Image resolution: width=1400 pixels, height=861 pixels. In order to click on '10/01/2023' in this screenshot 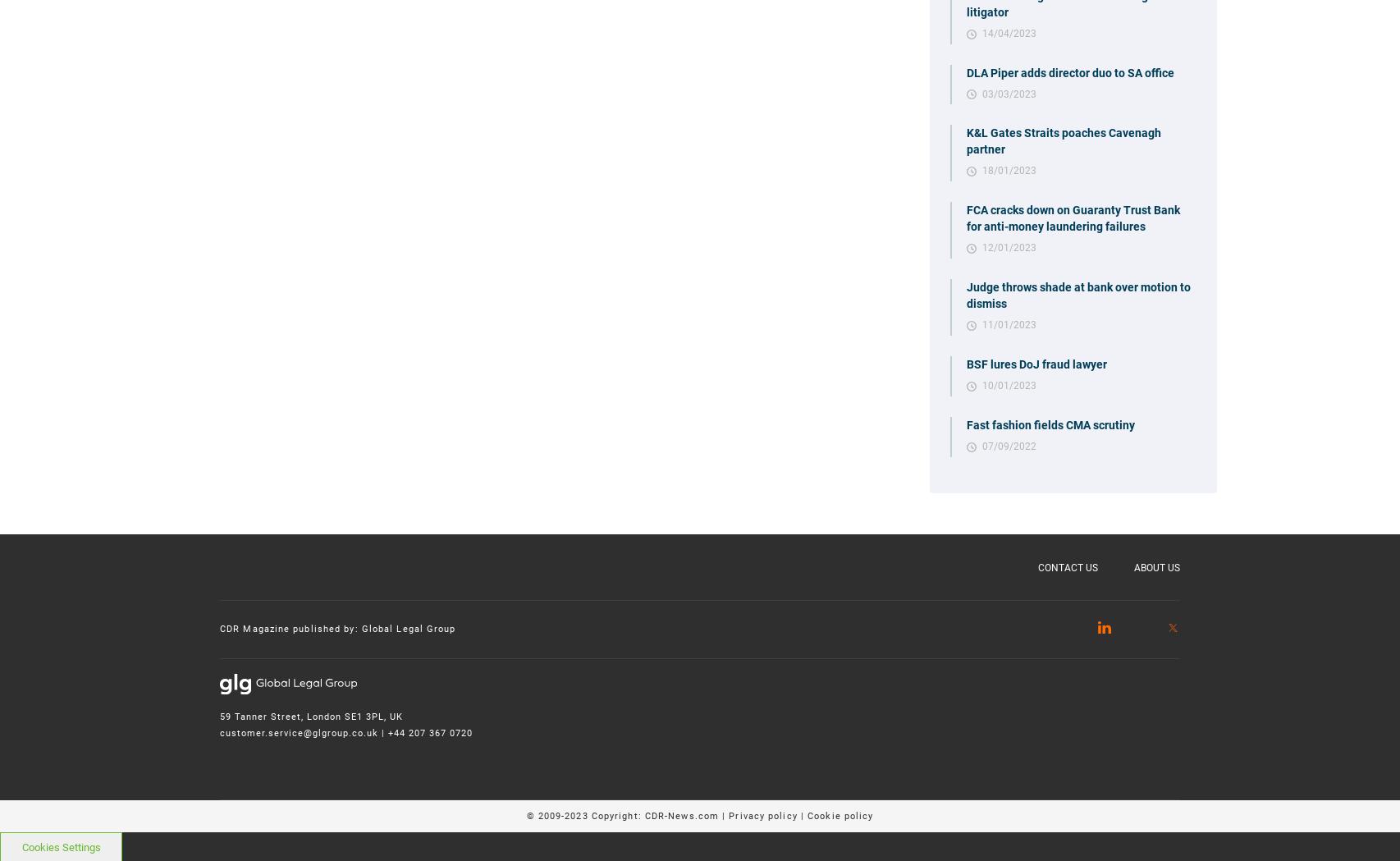, I will do `click(1008, 385)`.